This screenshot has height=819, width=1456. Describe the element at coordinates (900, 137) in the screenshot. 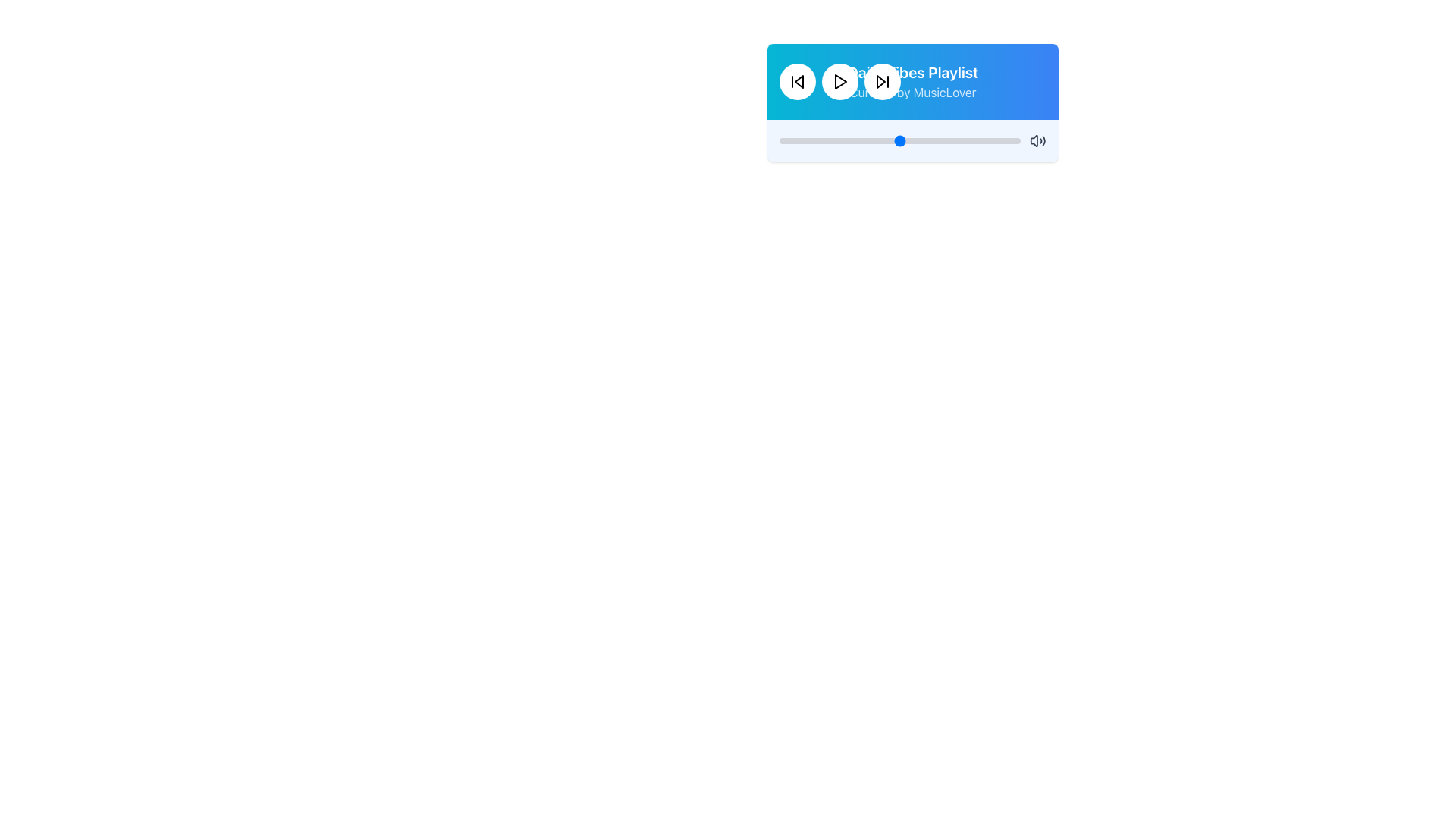

I see `the slider's value` at that location.